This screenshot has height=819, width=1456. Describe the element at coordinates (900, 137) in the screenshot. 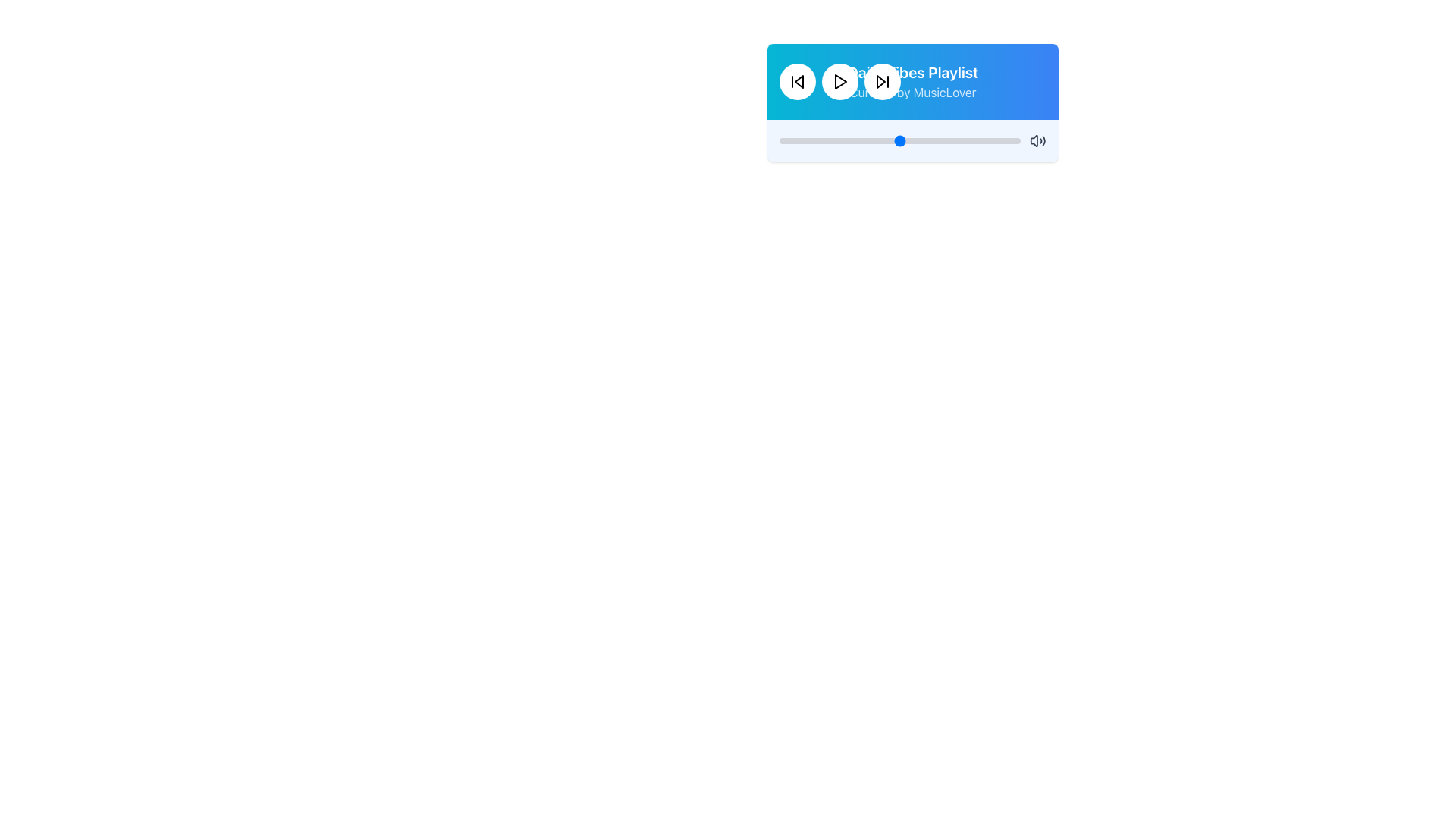

I see `the slider's value` at that location.